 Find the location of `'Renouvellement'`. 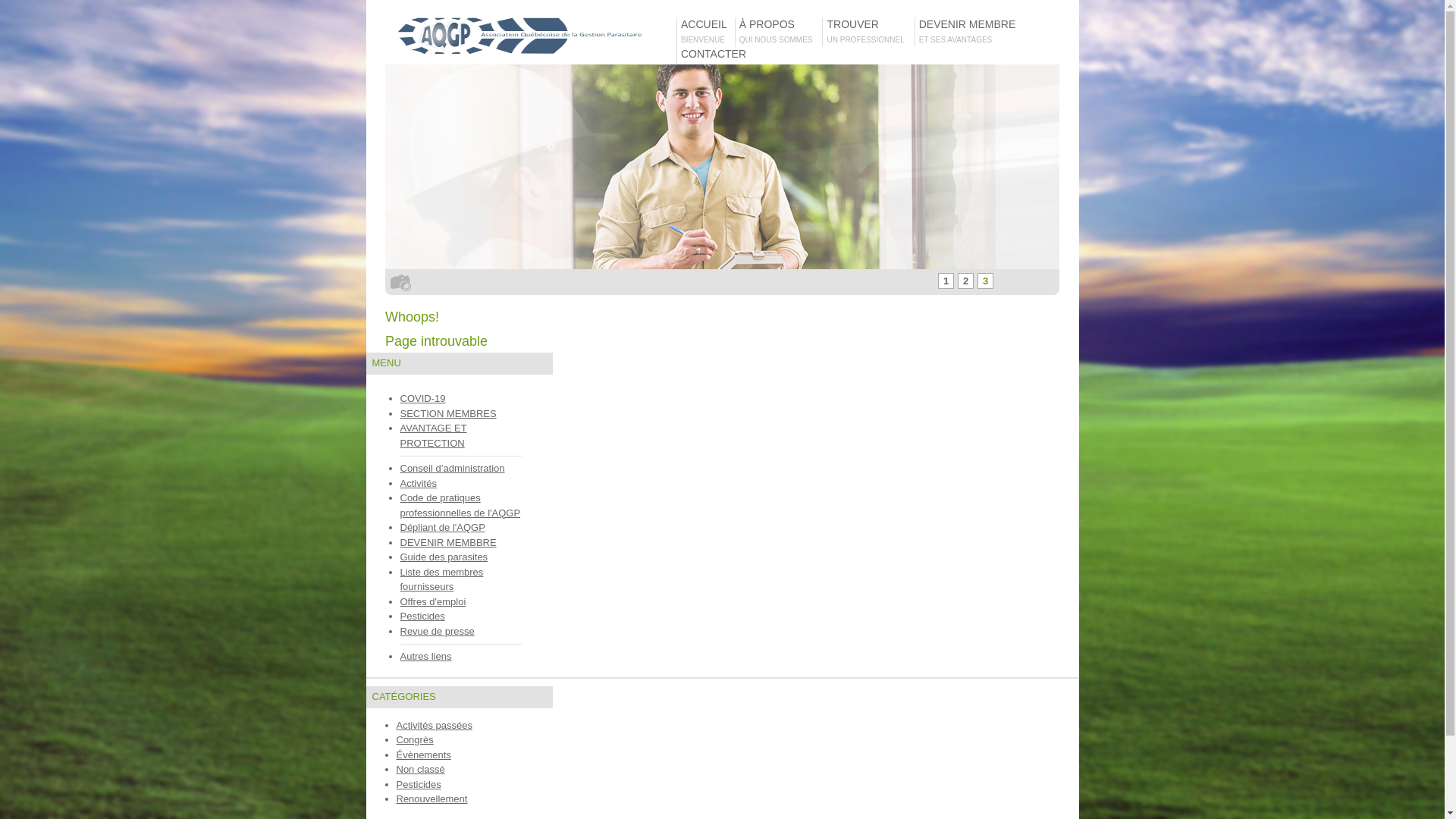

'Renouvellement' is located at coordinates (431, 798).